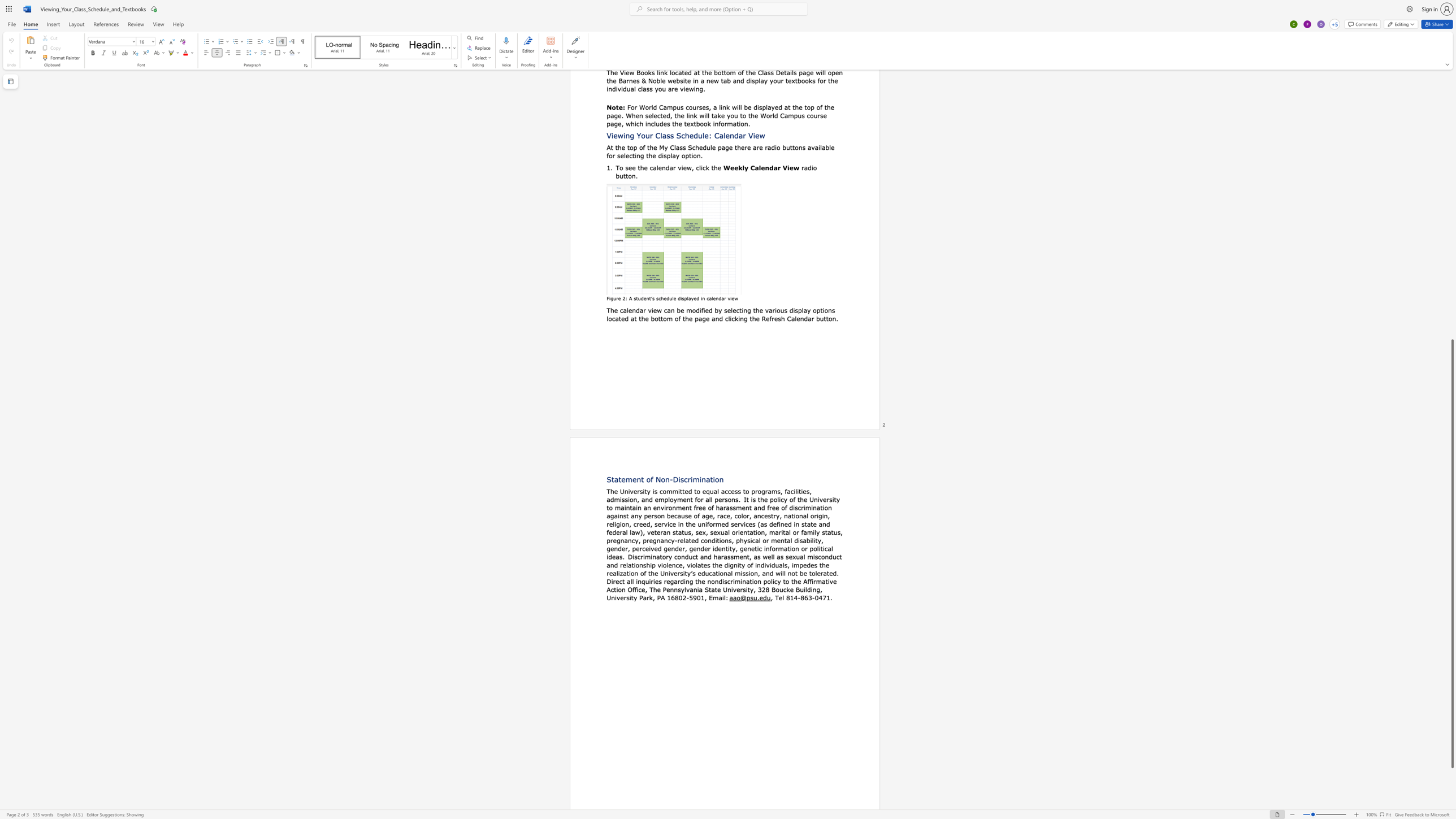 Image resolution: width=1456 pixels, height=819 pixels. Describe the element at coordinates (1451, 117) in the screenshot. I see `the scrollbar to slide the page up` at that location.